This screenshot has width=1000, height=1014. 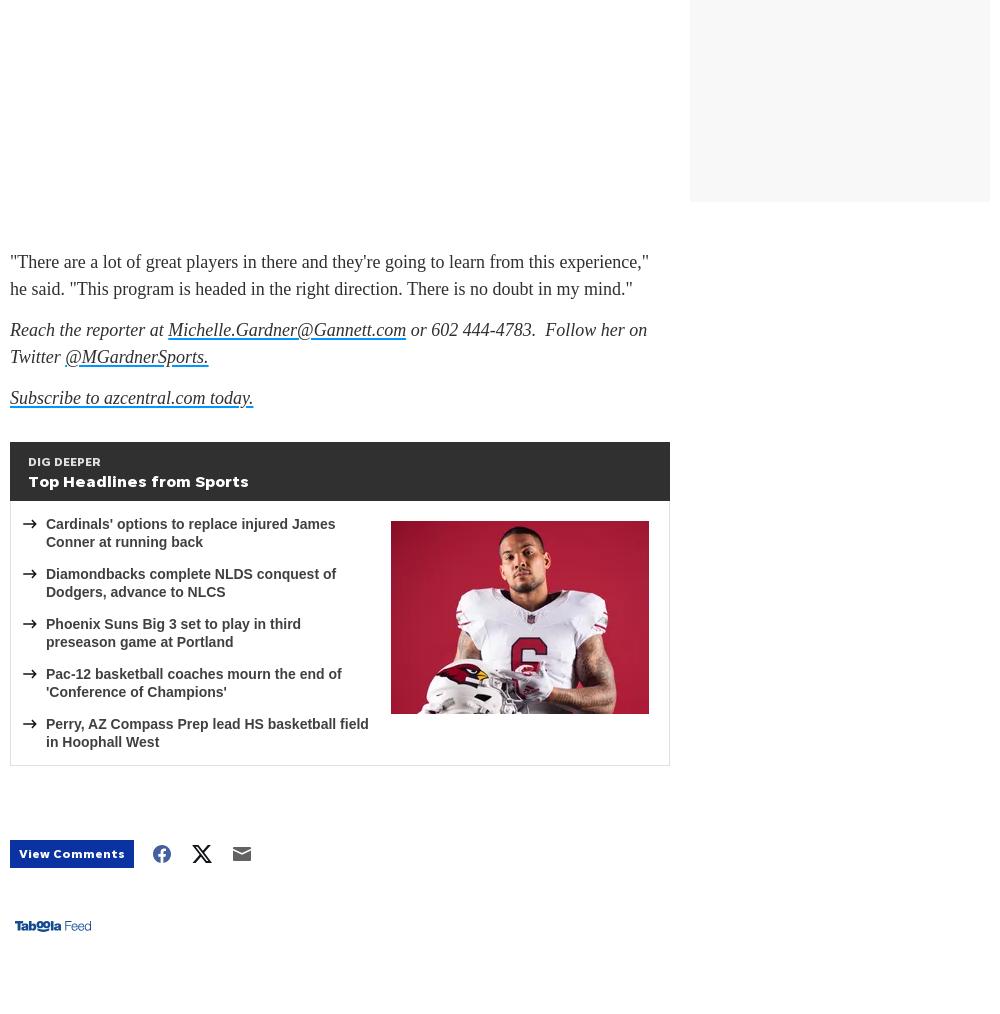 What do you see at coordinates (328, 275) in the screenshot?
I see `'"There are a lot of great players in there and they're going to learn from this experience," he said. "This program is headed in the right direction. There is no doubt in my mind."'` at bounding box center [328, 275].